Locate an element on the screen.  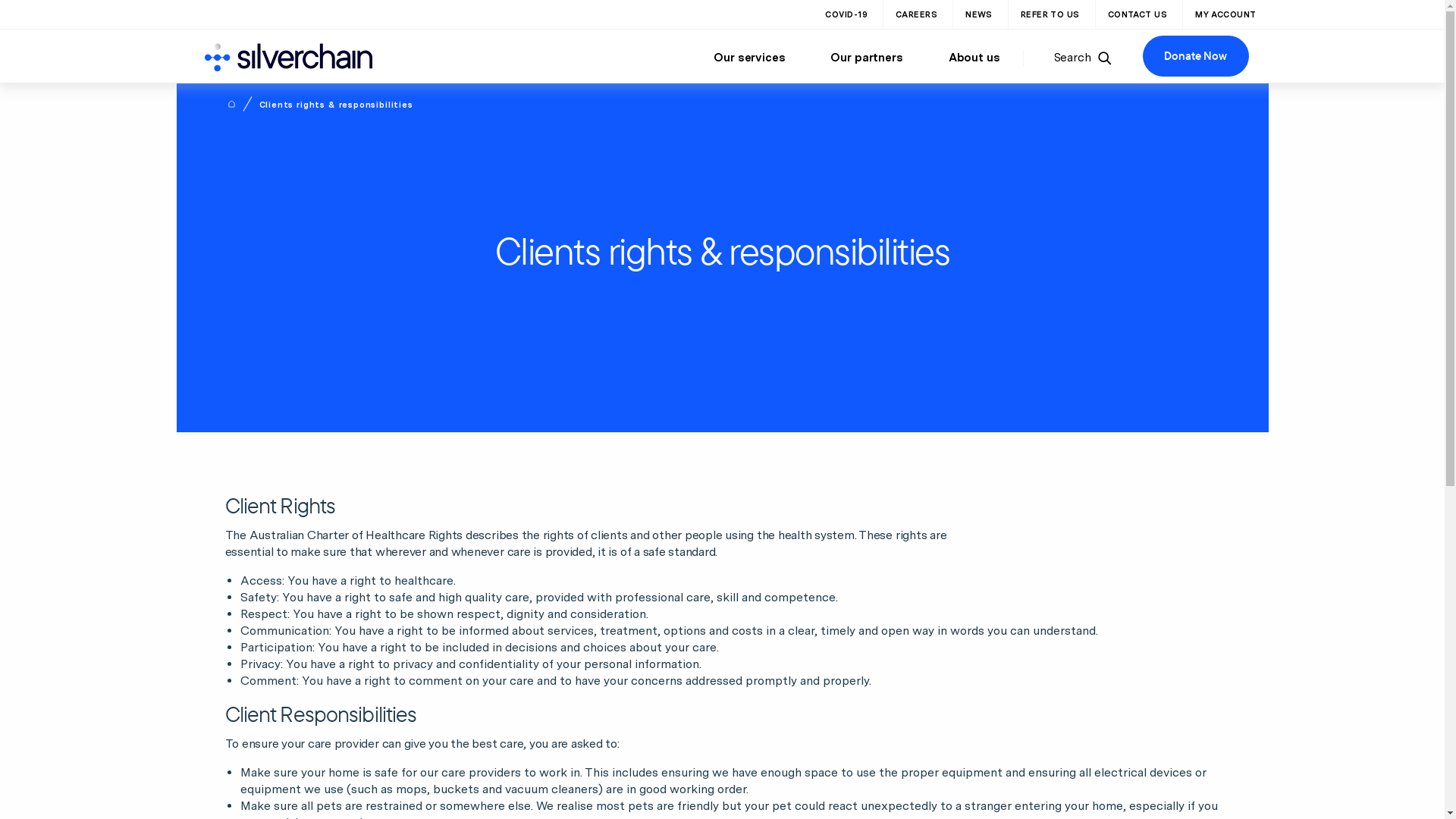
'About us' is located at coordinates (924, 57).